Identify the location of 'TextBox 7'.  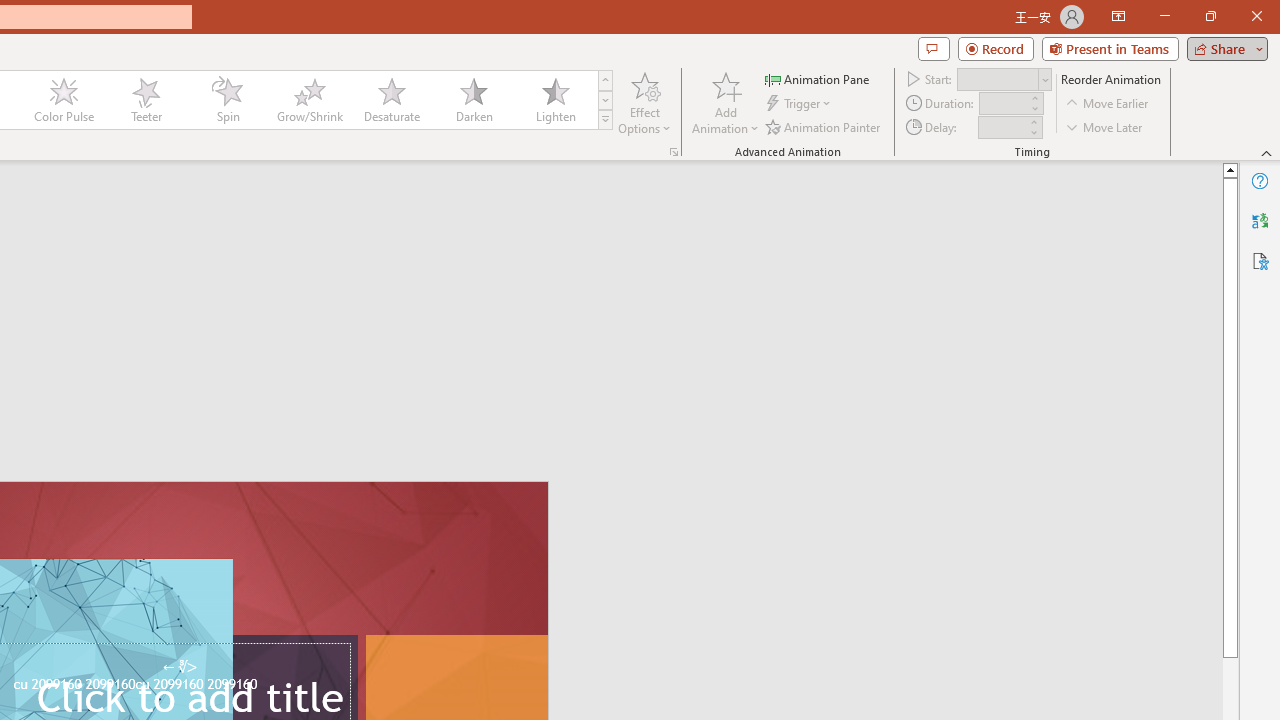
(179, 667).